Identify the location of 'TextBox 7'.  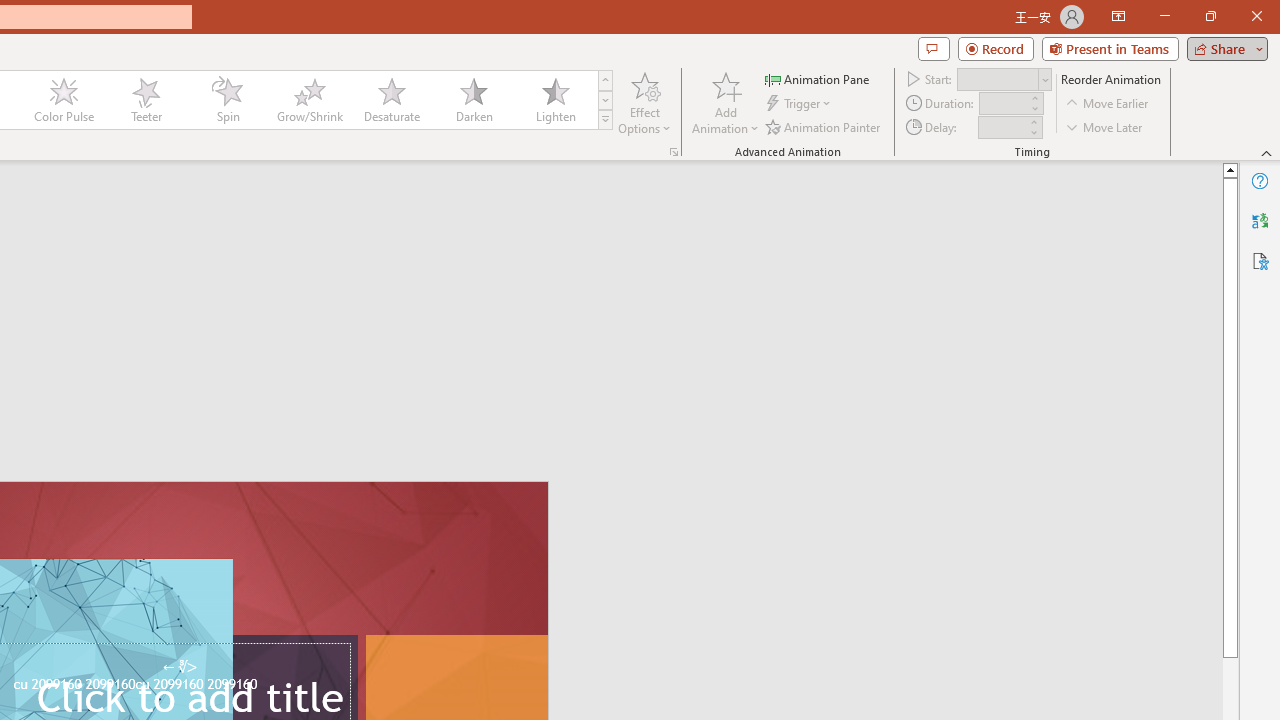
(179, 667).